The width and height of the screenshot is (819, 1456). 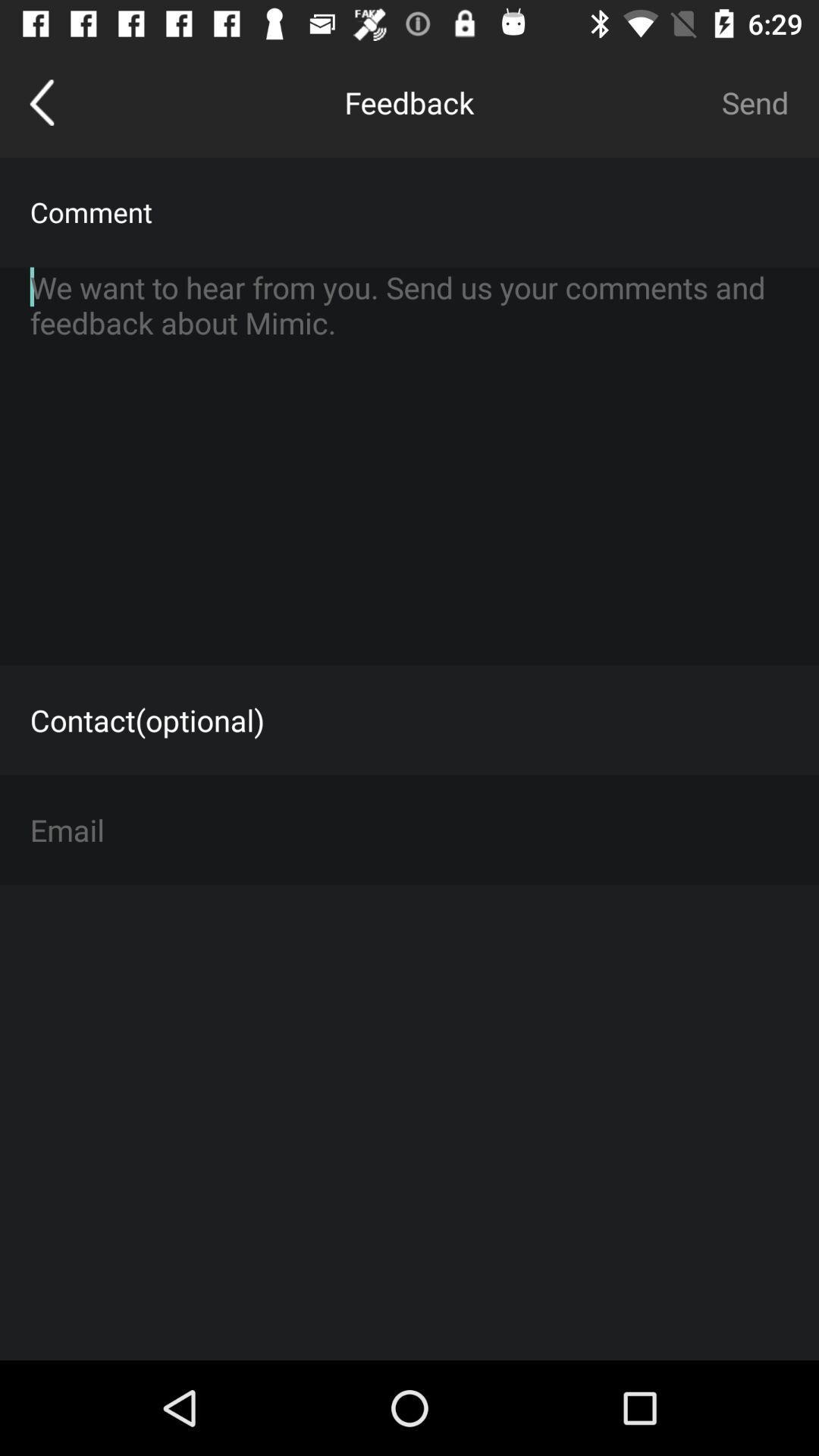 I want to click on previous, so click(x=41, y=102).